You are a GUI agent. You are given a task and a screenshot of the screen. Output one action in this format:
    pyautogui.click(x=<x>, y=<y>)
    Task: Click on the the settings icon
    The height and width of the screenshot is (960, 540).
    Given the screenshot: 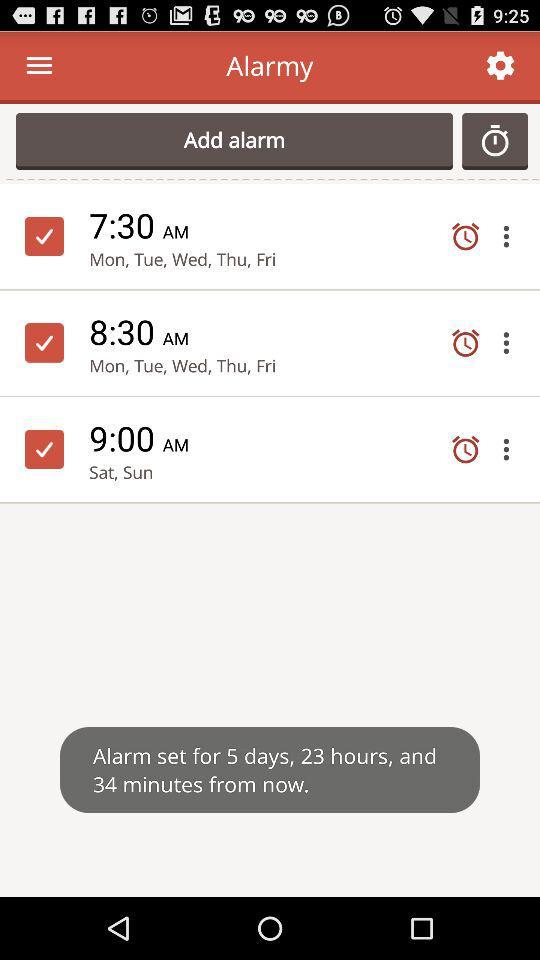 What is the action you would take?
    pyautogui.click(x=499, y=70)
    